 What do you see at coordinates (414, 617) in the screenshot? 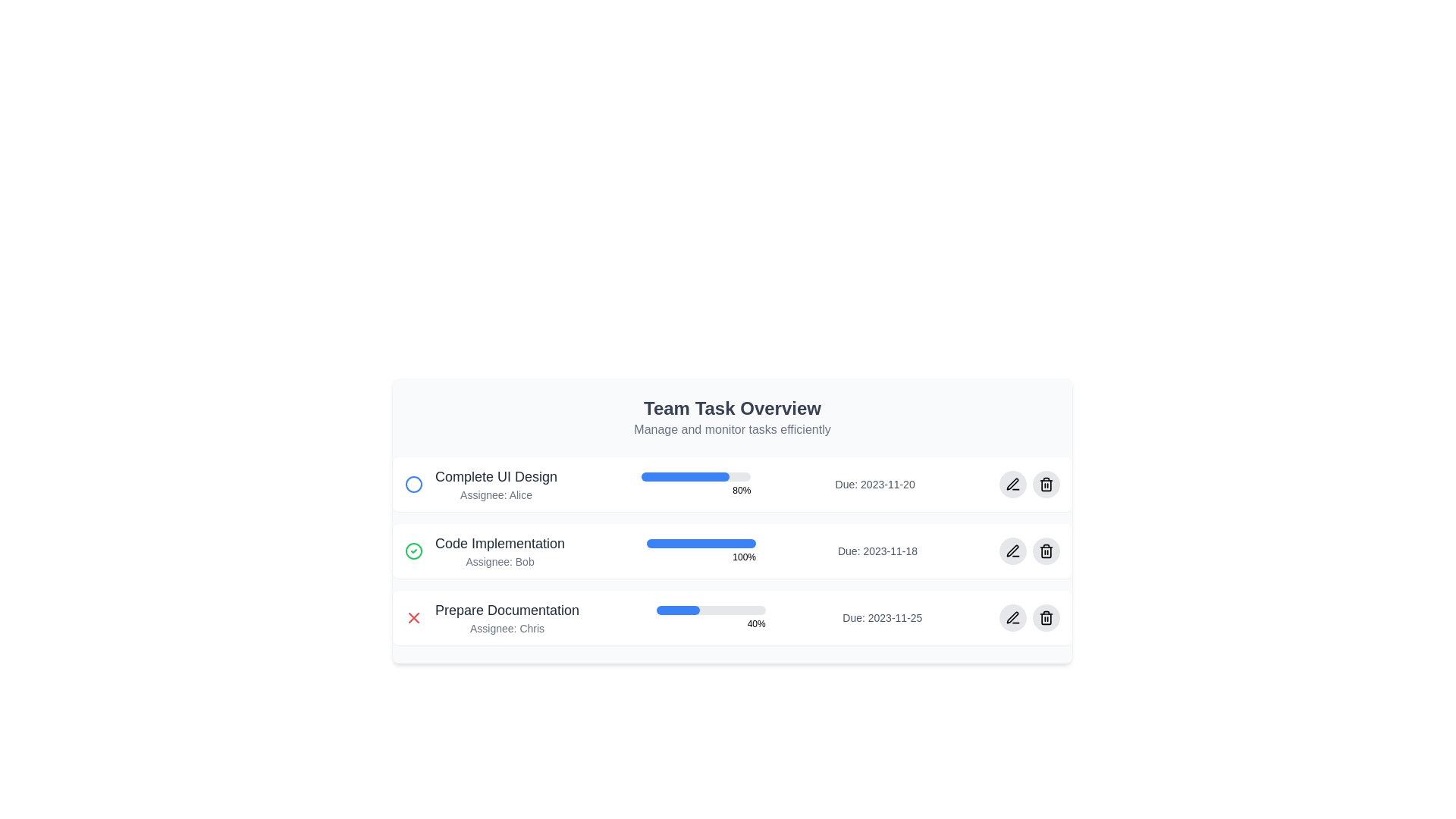
I see `the red 'X' icon in the third task row related to 'Prepare Documentation', located to the left of the task text` at bounding box center [414, 617].